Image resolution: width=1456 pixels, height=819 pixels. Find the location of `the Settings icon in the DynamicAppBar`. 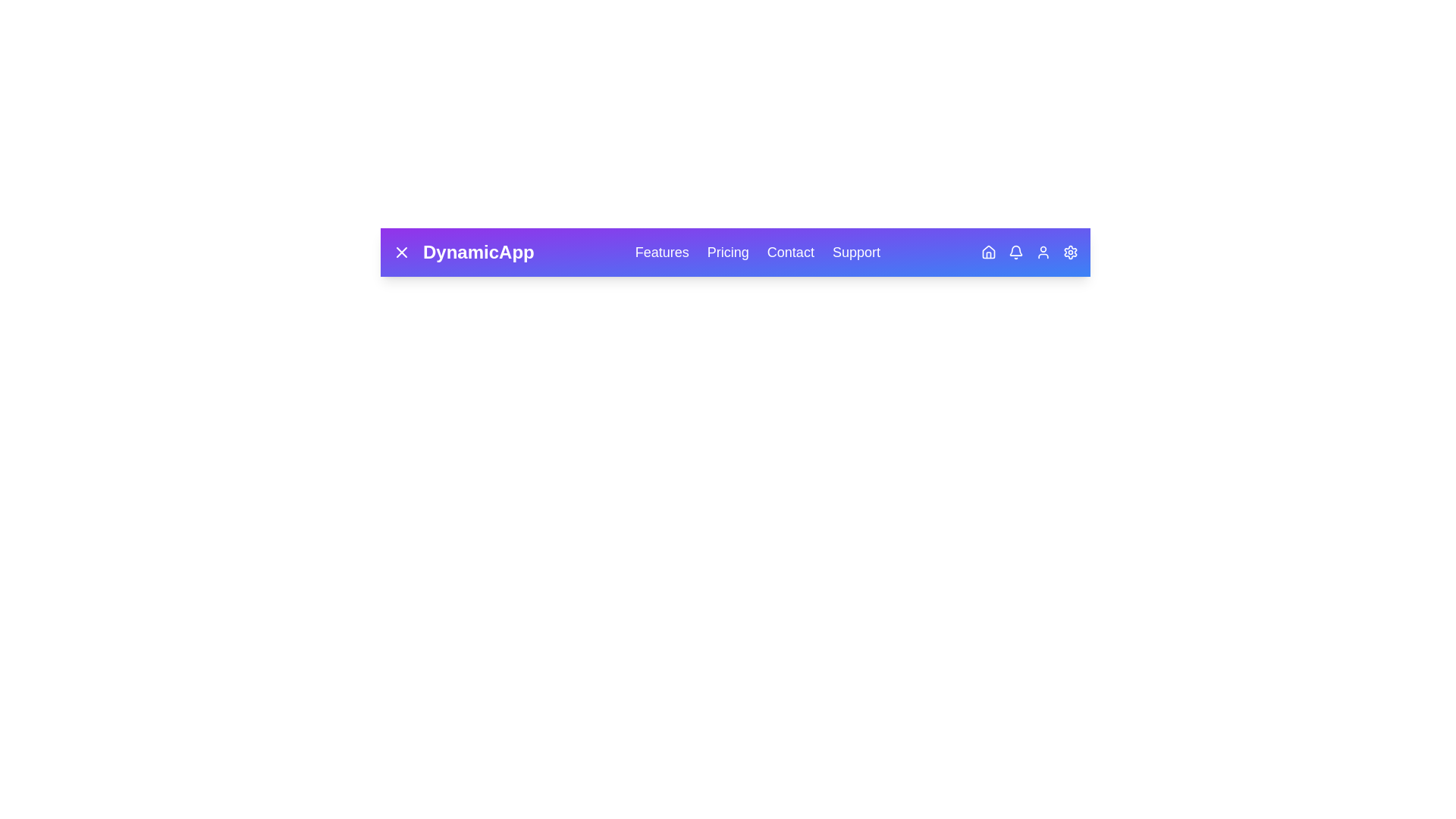

the Settings icon in the DynamicAppBar is located at coordinates (1069, 251).